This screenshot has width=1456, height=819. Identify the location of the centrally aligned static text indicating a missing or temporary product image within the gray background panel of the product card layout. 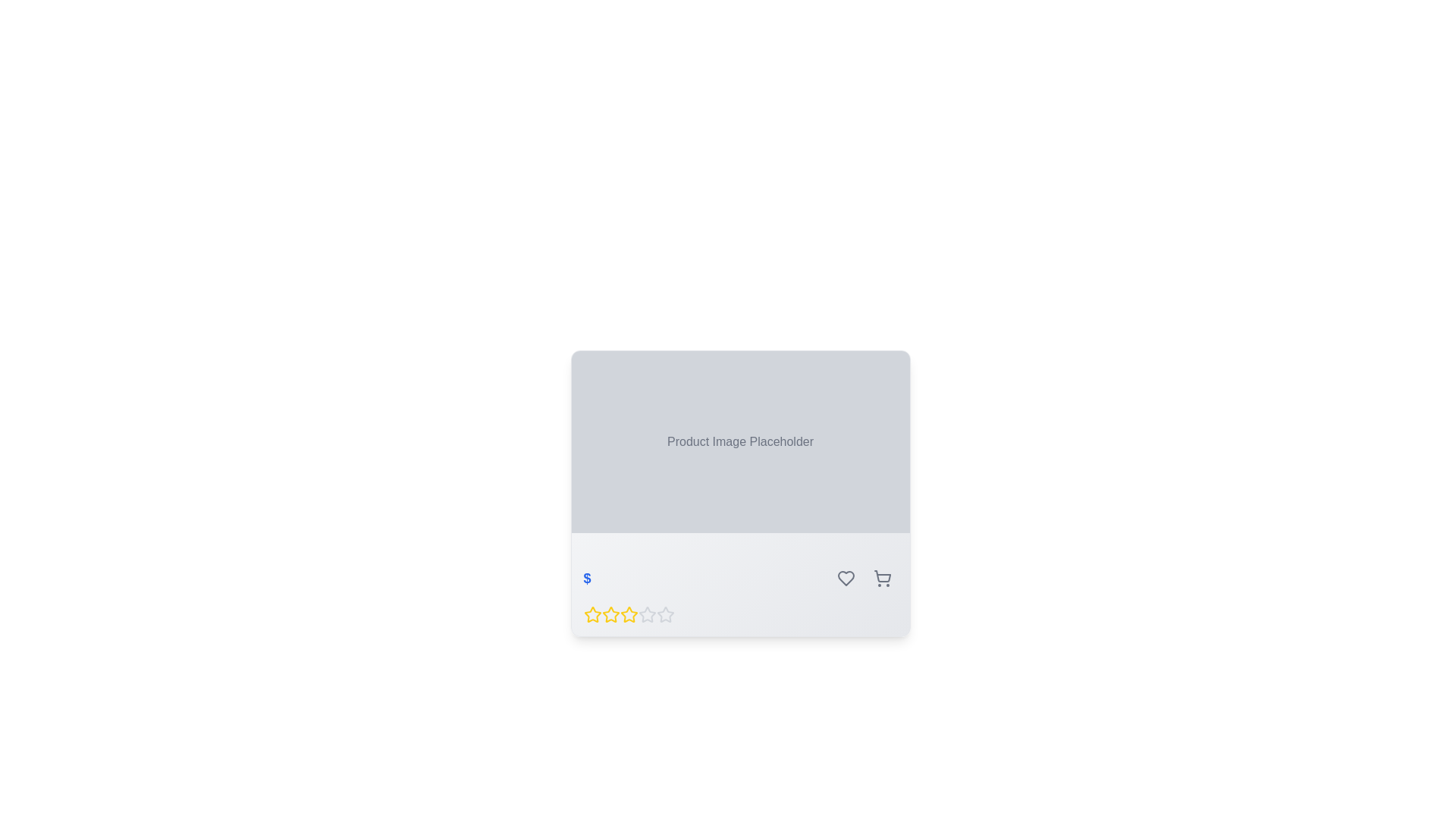
(740, 441).